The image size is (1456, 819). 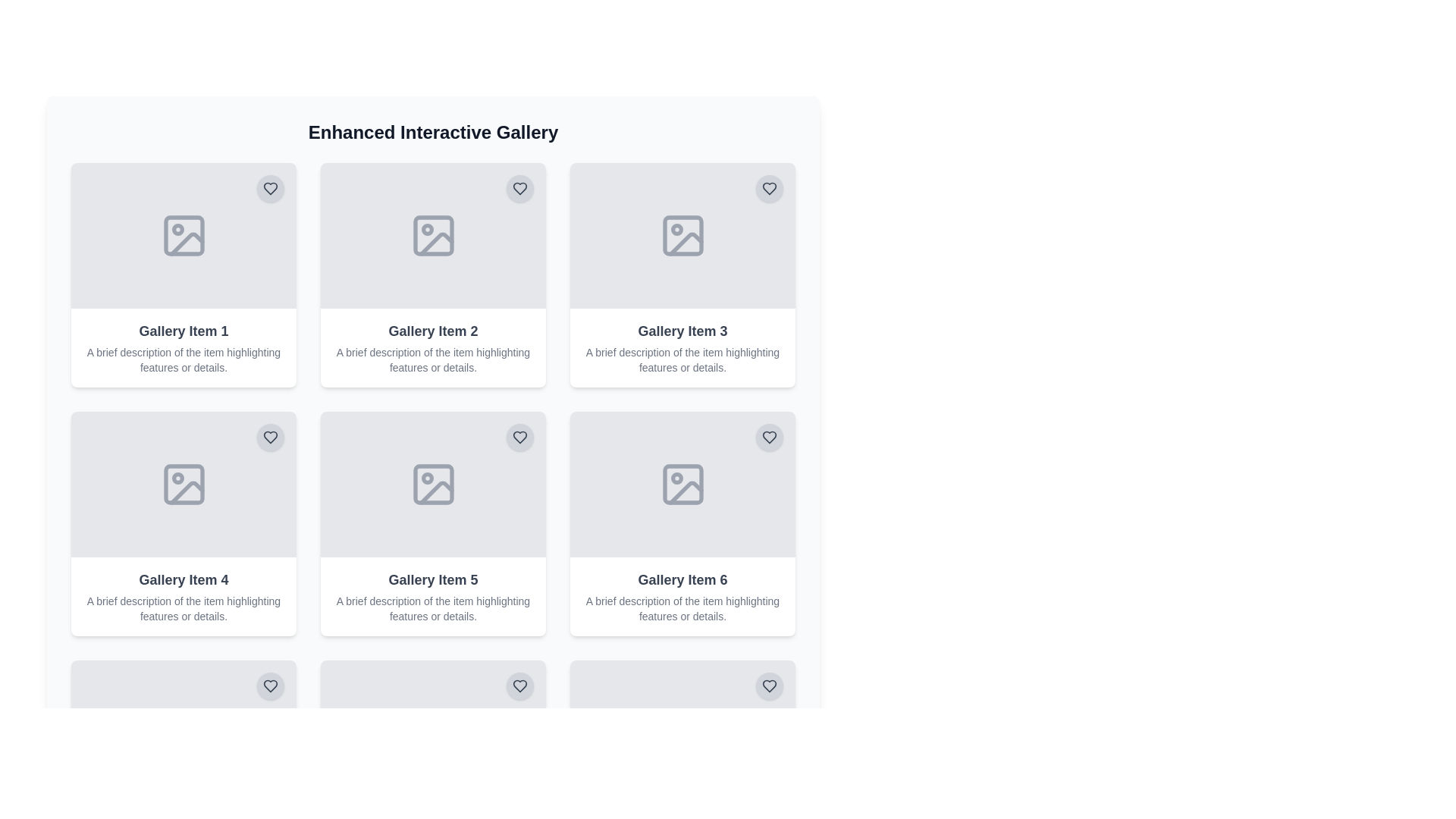 I want to click on the small, circular favorite button with a gray background and heart icon located in the top-right corner of the gallery item in the second row and third column, so click(x=520, y=686).